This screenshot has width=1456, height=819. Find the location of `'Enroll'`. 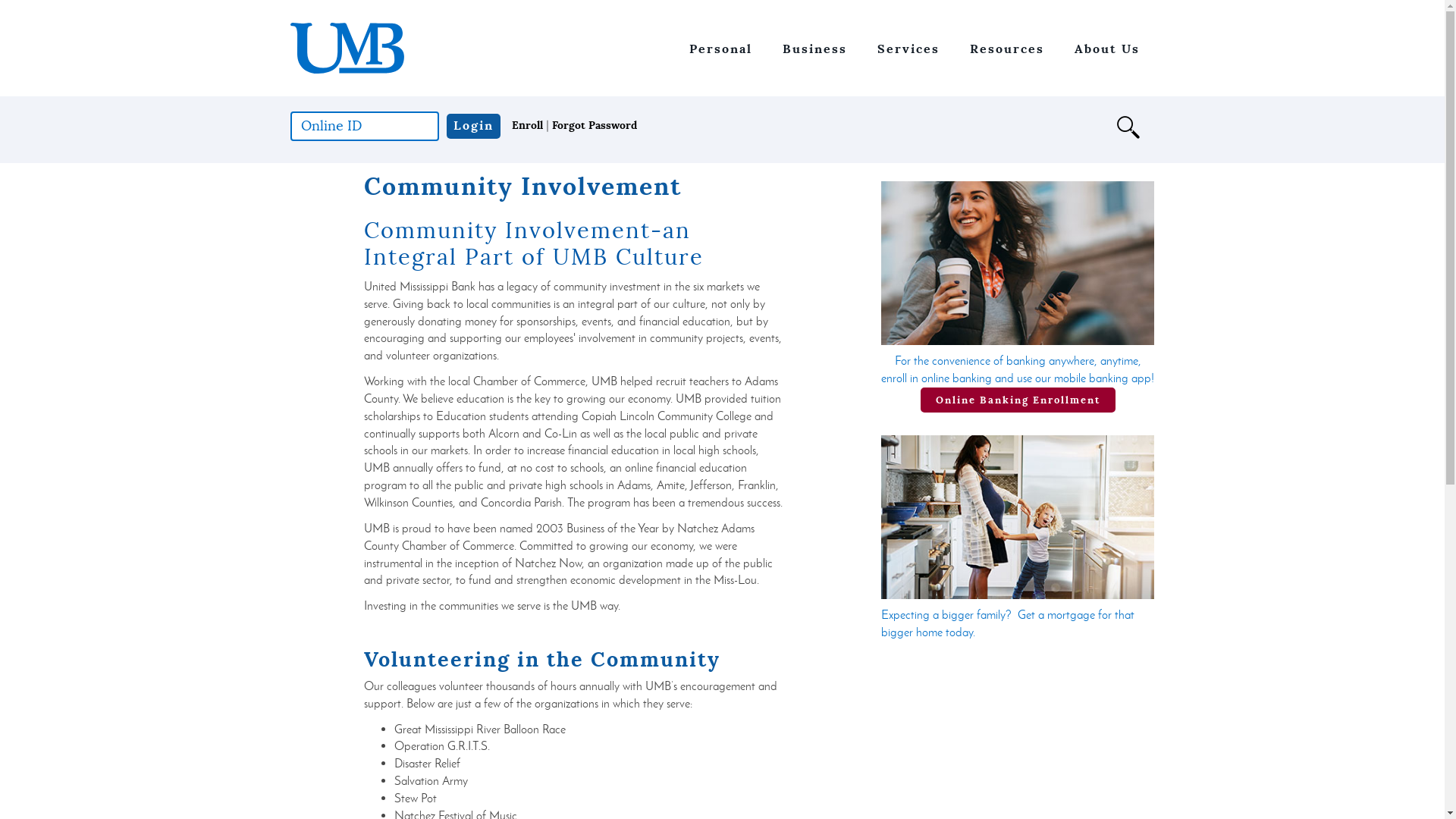

'Enroll' is located at coordinates (526, 124).